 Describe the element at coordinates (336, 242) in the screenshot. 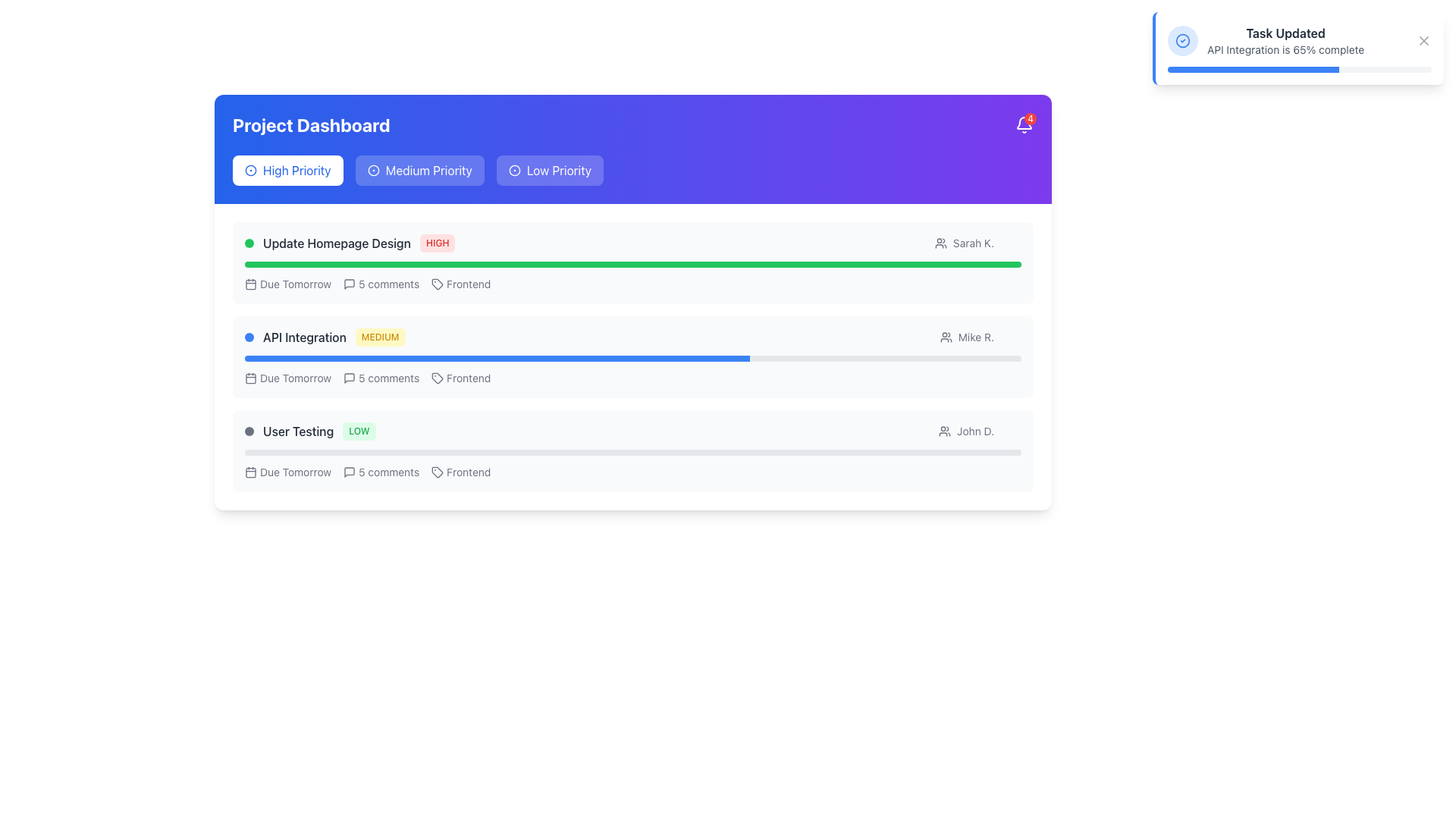

I see `the task title text label for 'Update Homepage Design' in the High Priority section of the Project Dashboard` at that location.